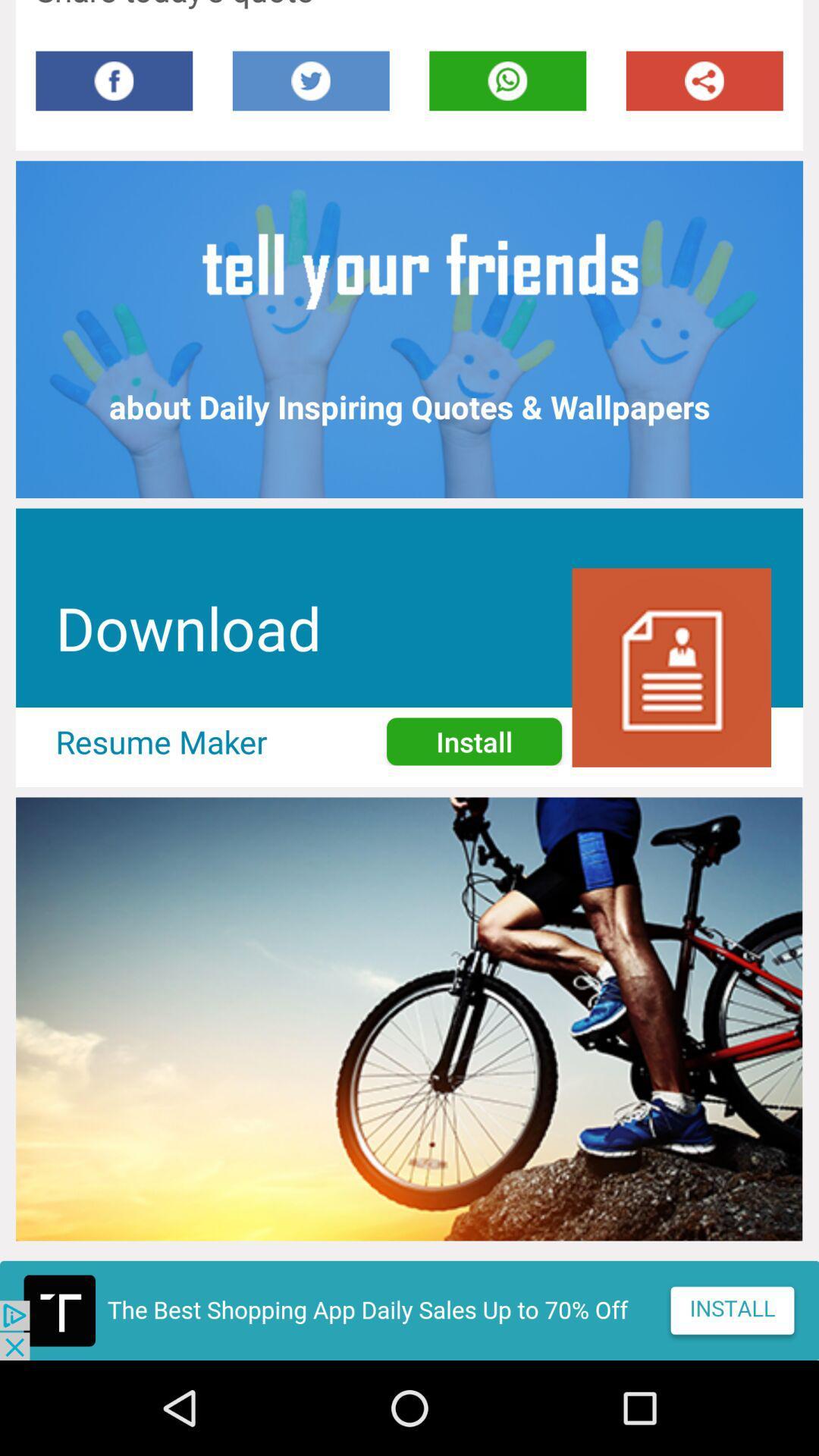 This screenshot has height=1456, width=819. Describe the element at coordinates (409, 1310) in the screenshot. I see `install` at that location.